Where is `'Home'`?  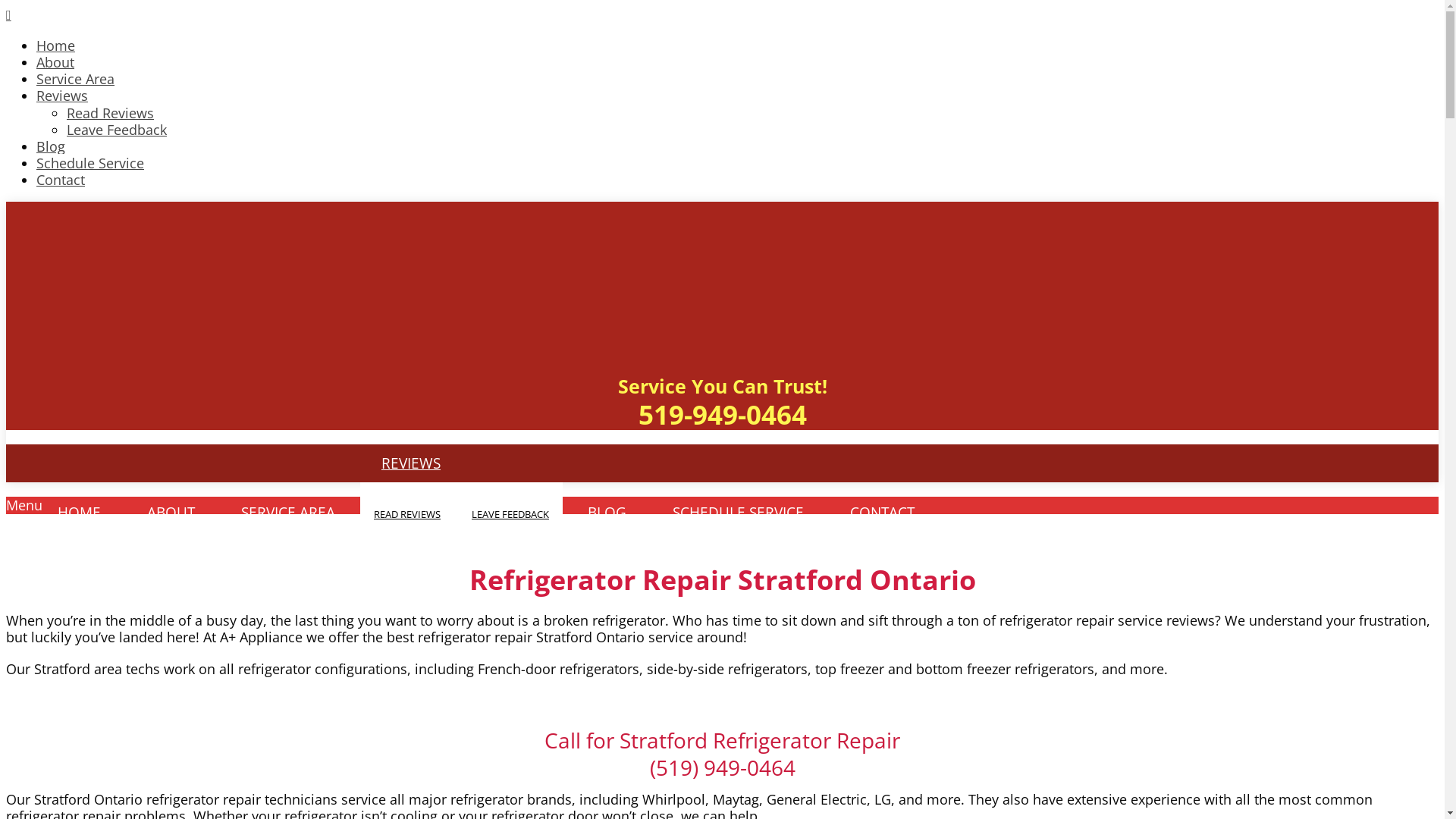 'Home' is located at coordinates (55, 45).